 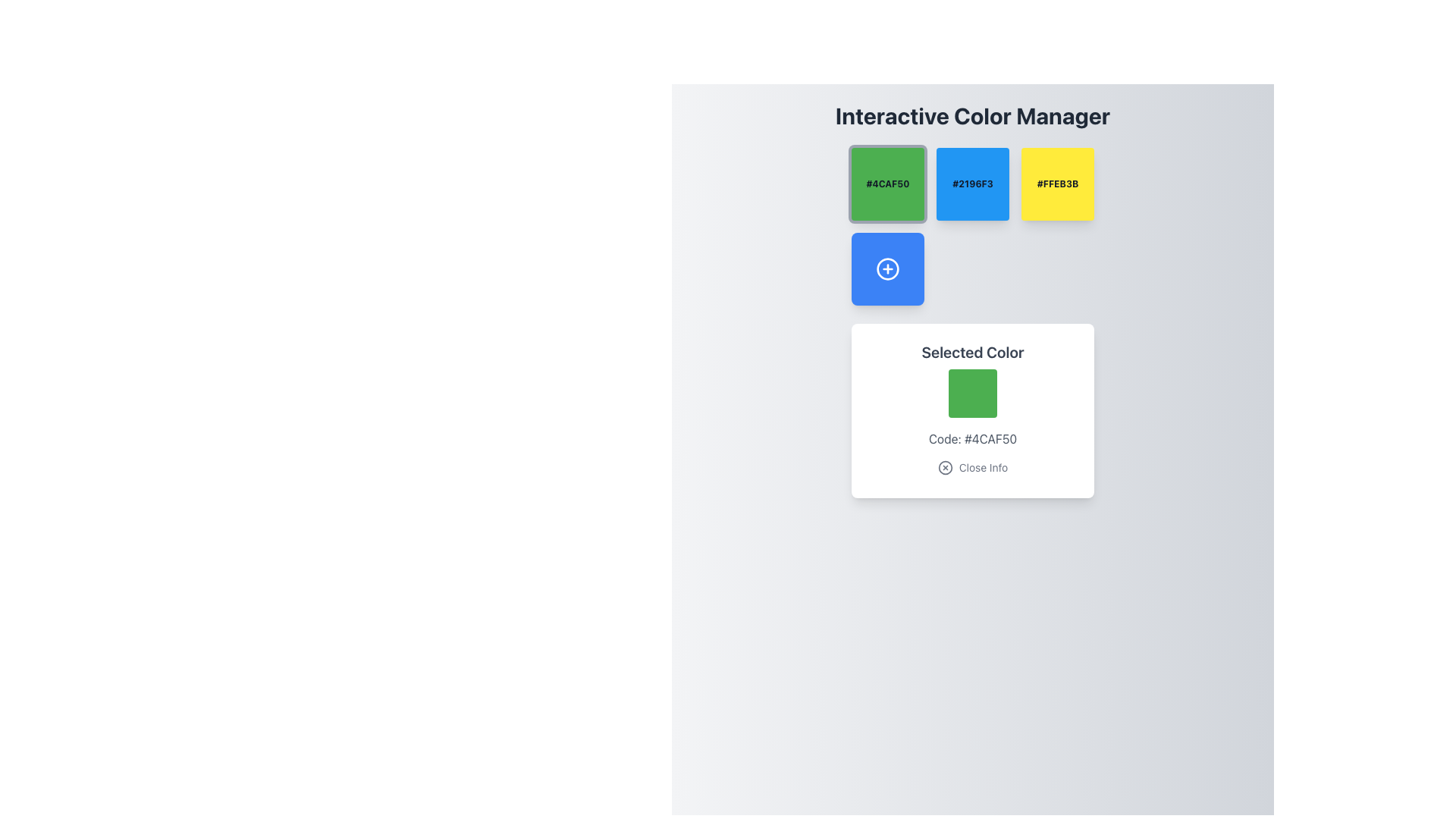 I want to click on the text label 'Interactive Color Manager', which is styled with bold, large font and is positioned at the upper-center of the interface, so click(x=972, y=115).